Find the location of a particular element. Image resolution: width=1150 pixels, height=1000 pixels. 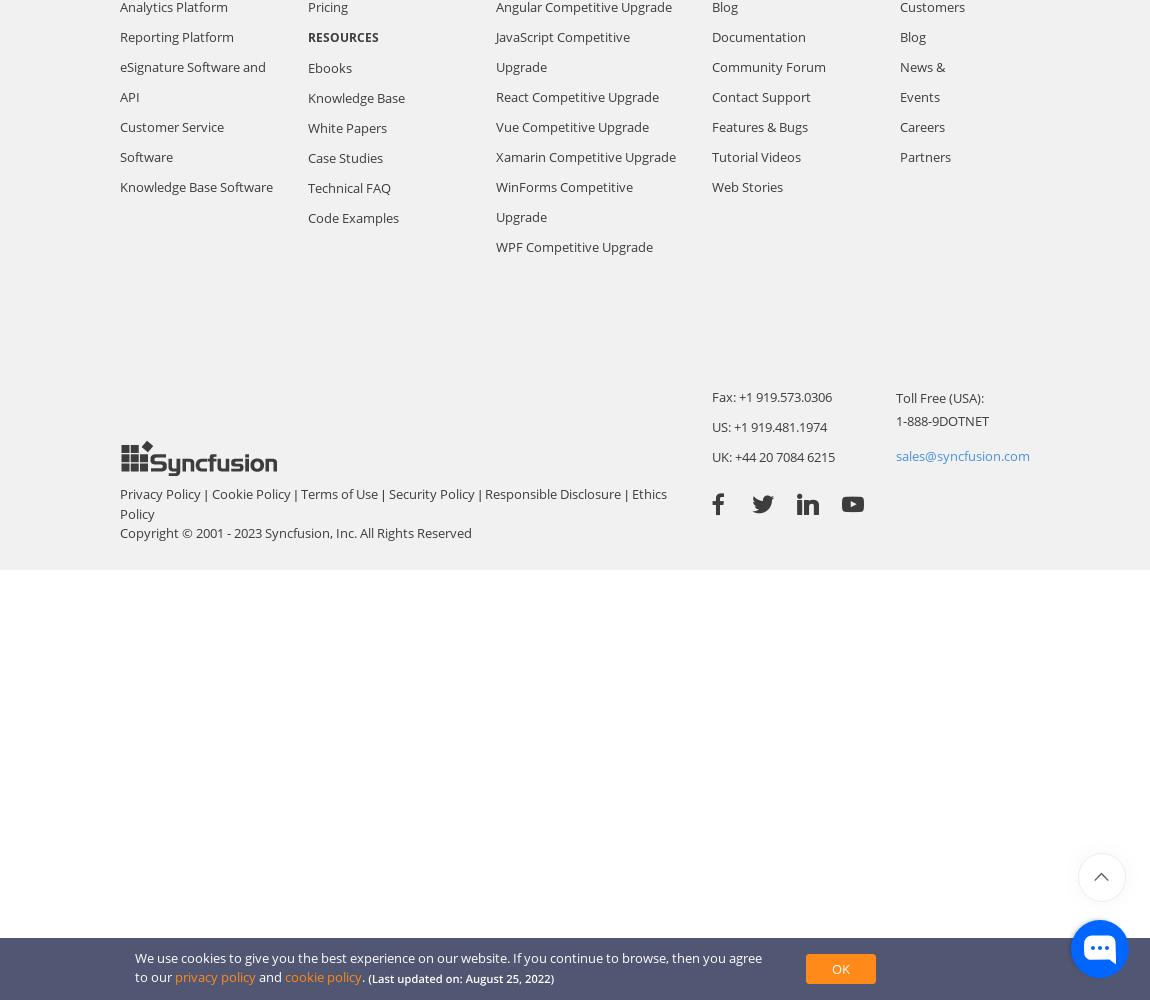

'White Papers' is located at coordinates (347, 127).